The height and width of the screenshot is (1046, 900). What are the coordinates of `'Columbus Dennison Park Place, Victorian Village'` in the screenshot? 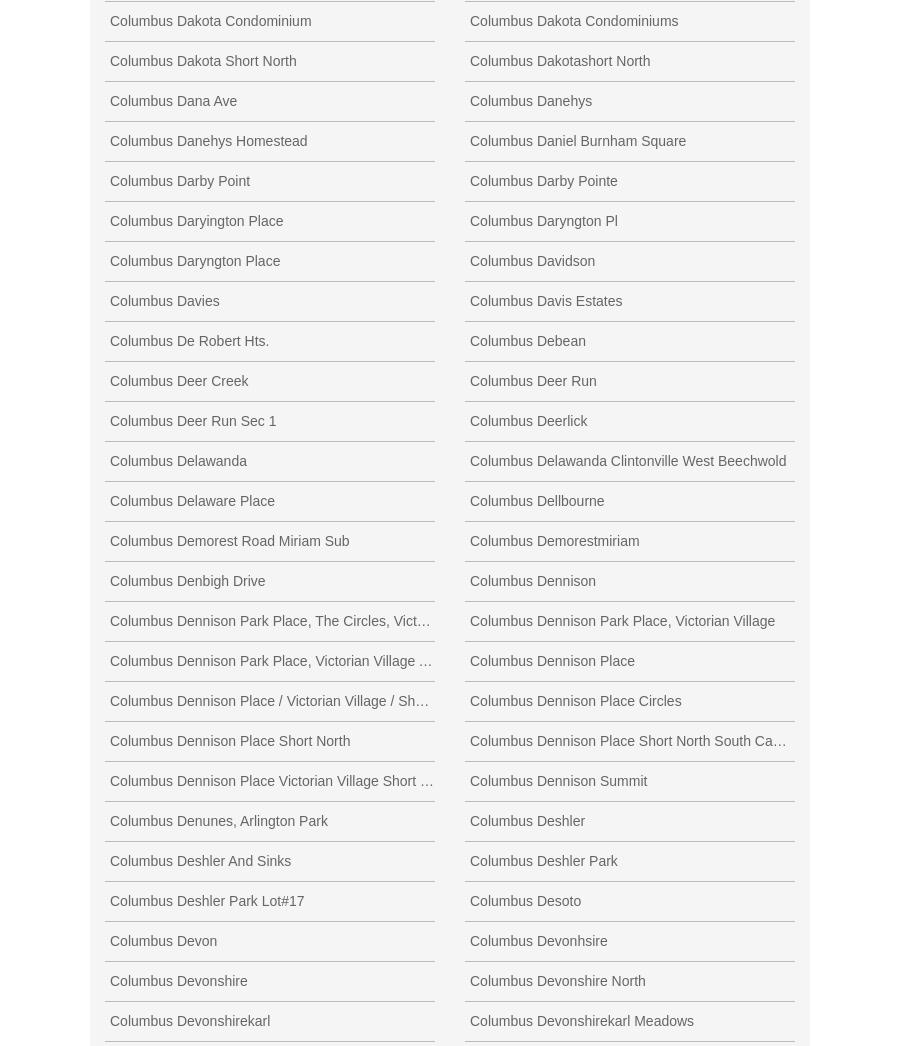 It's located at (622, 619).